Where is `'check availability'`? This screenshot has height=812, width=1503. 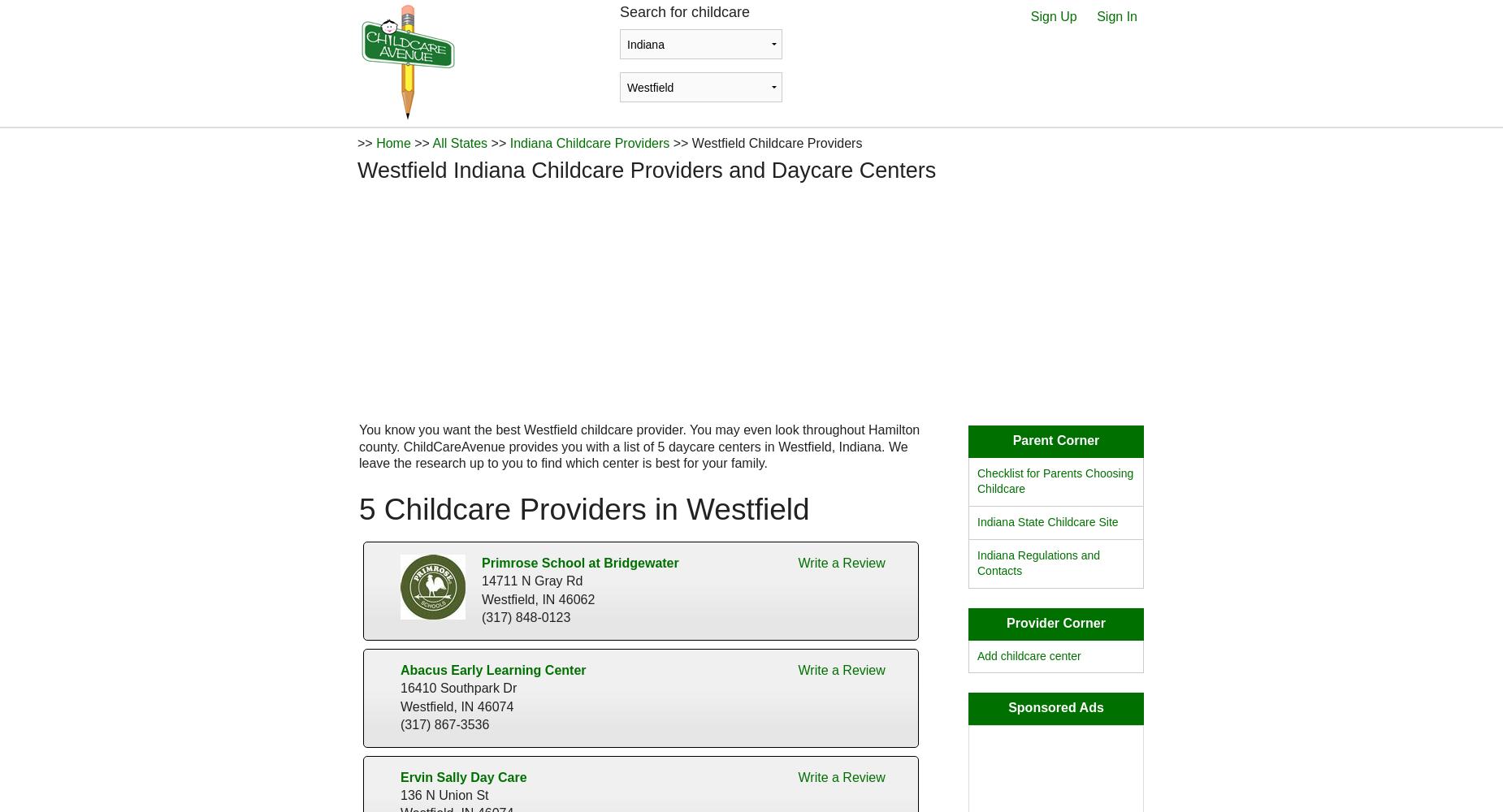
'check availability' is located at coordinates (641, 203).